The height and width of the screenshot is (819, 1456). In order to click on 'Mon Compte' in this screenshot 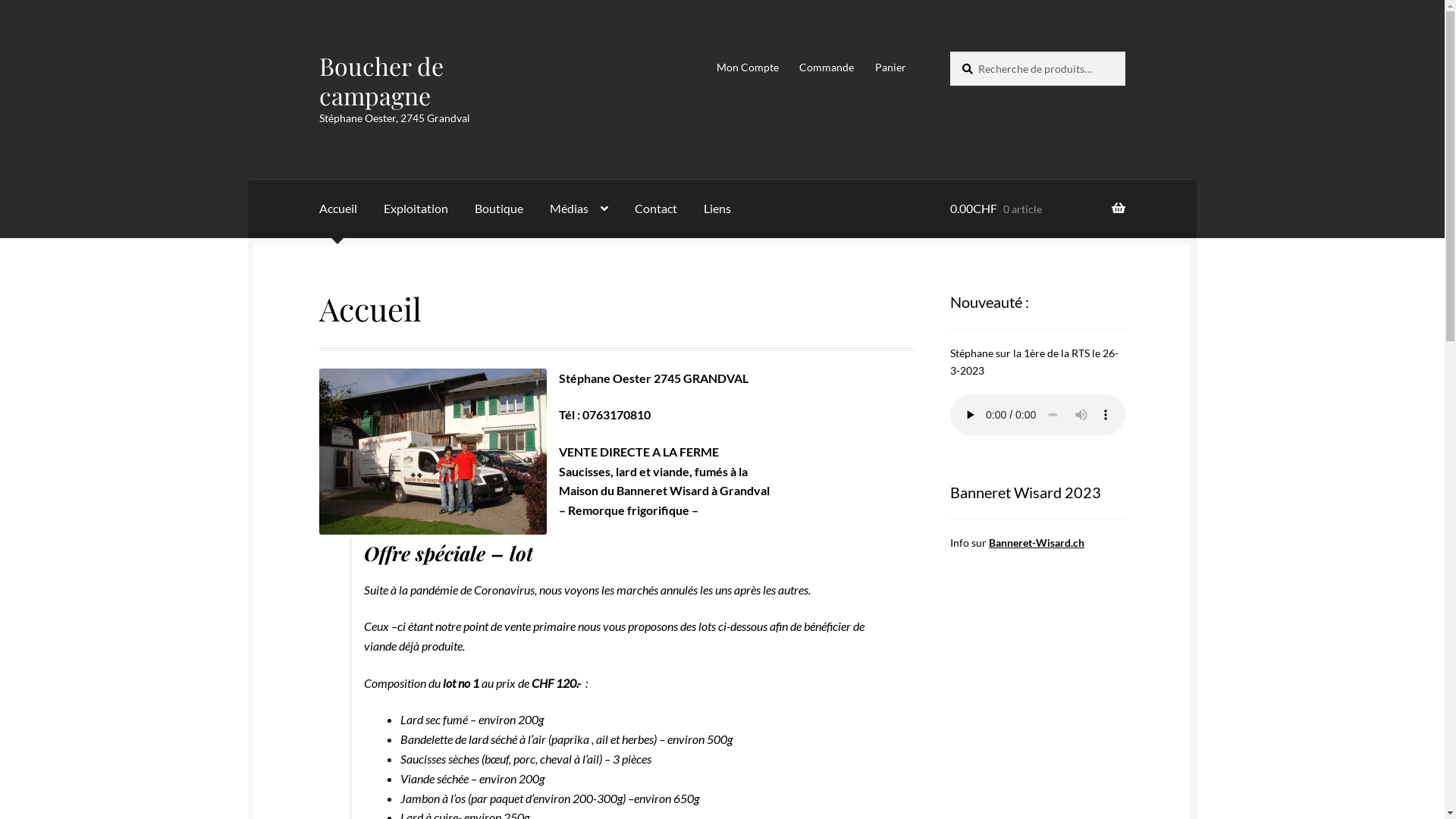, I will do `click(747, 66)`.